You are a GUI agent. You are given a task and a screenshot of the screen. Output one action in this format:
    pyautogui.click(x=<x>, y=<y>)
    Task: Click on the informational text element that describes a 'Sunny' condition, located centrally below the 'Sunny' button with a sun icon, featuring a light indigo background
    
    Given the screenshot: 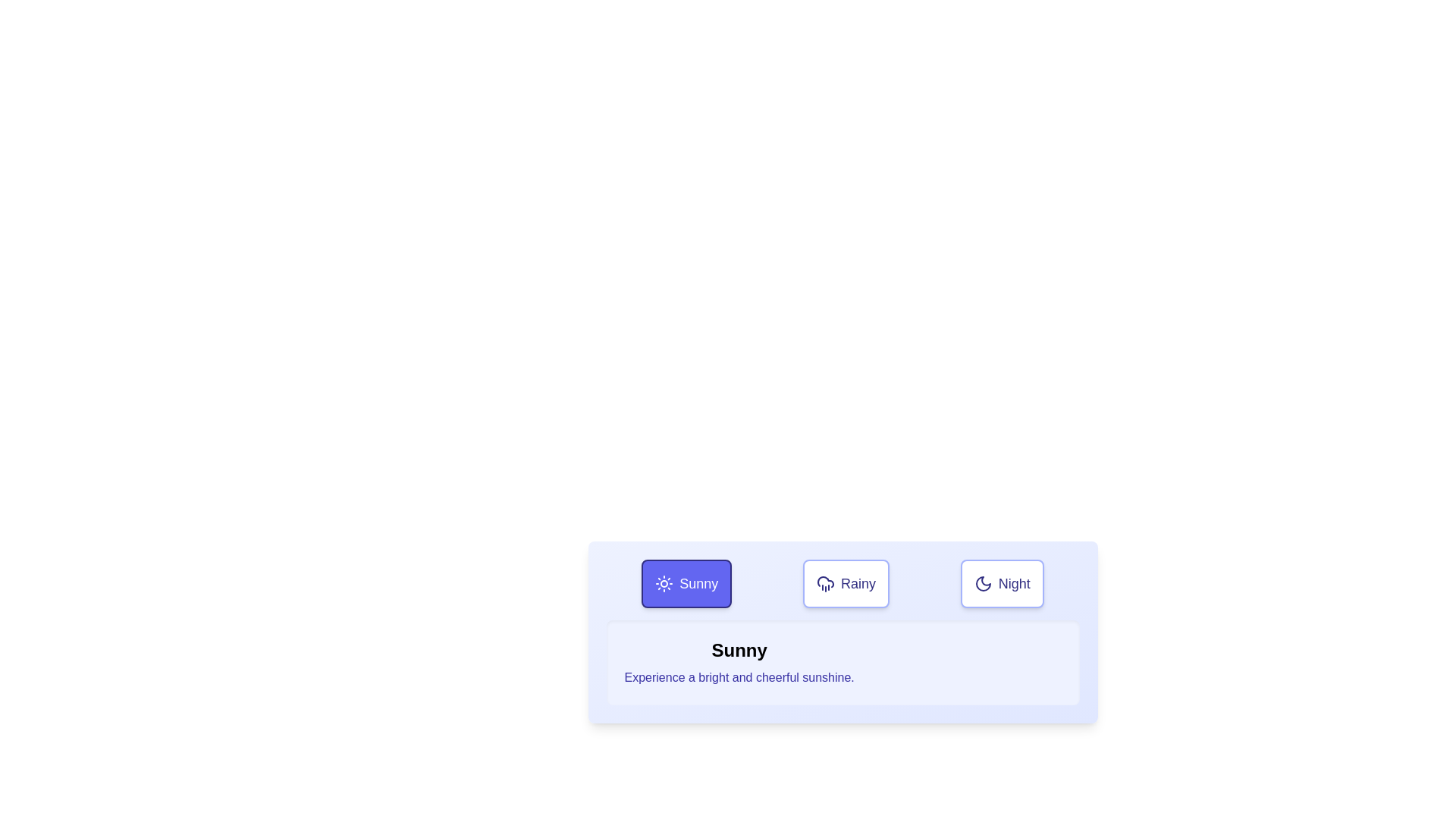 What is the action you would take?
    pyautogui.click(x=739, y=662)
    